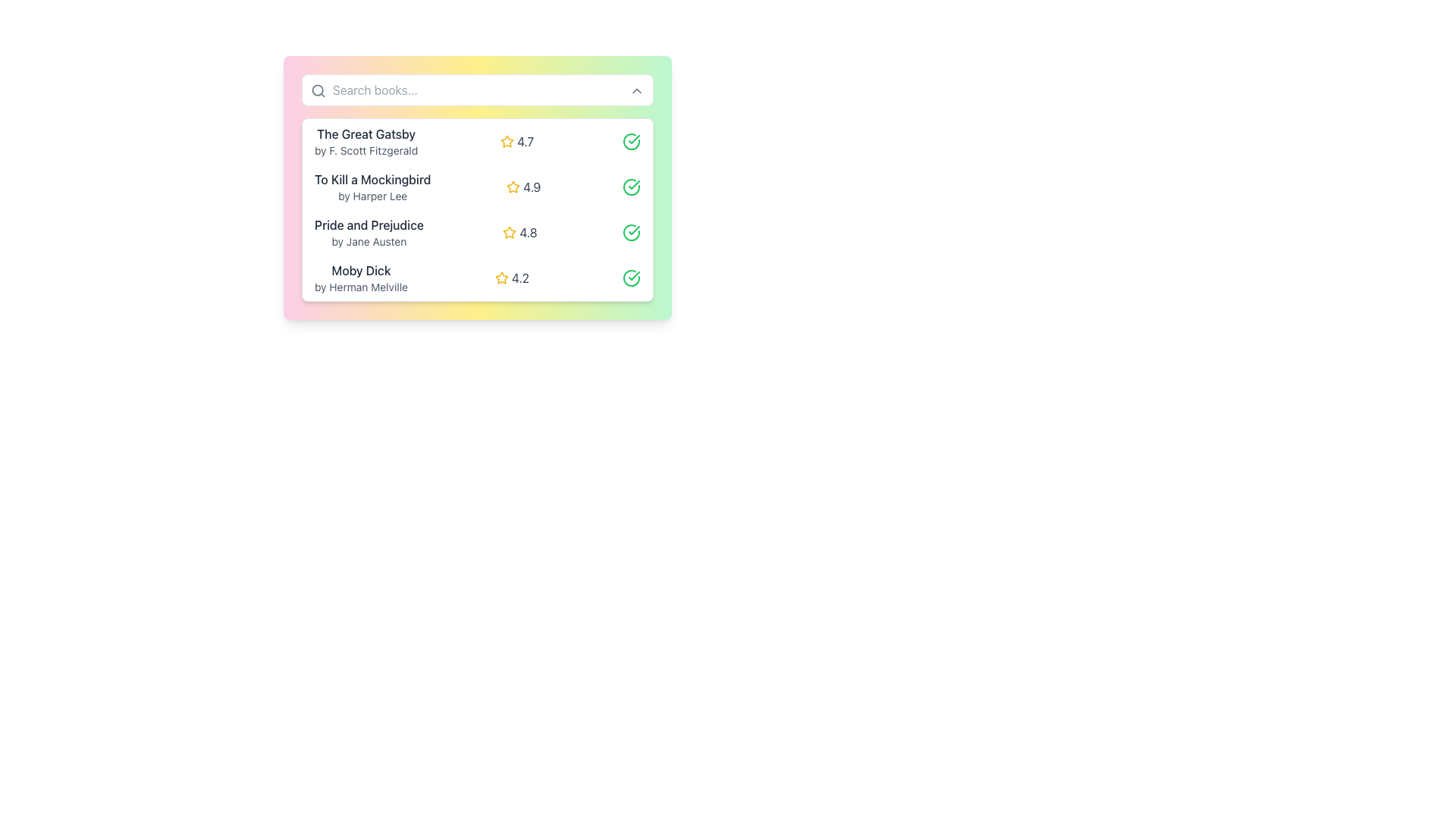 The image size is (1456, 819). I want to click on the star rating icon for the book 'To Kill a Mockingbird', which is located immediately to the left of the rating value '4.9' in the list of entries, so click(513, 186).